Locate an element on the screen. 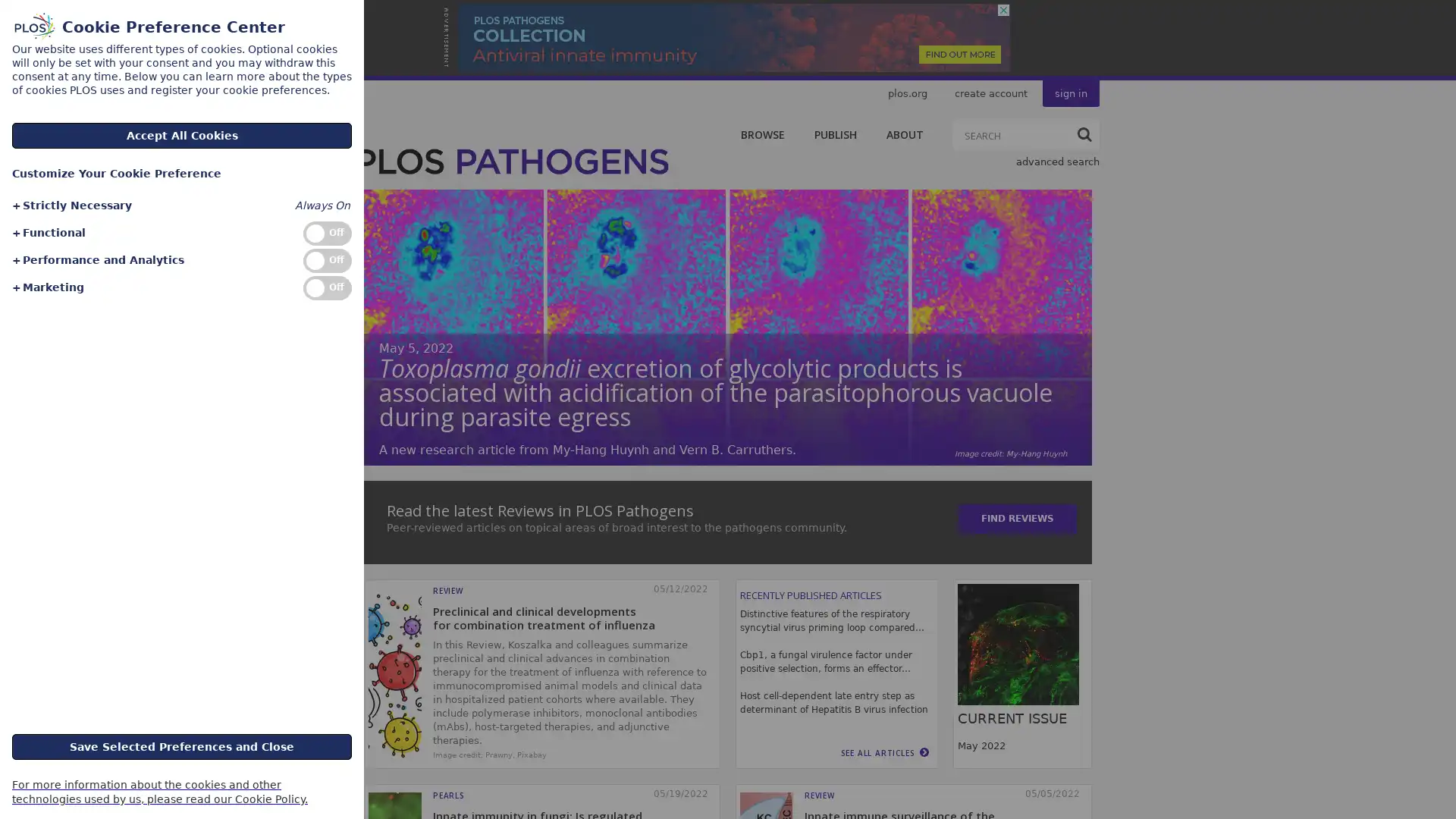 This screenshot has width=1456, height=819. Toggle explanation of Marketing Cookies. is located at coordinates (47, 287).